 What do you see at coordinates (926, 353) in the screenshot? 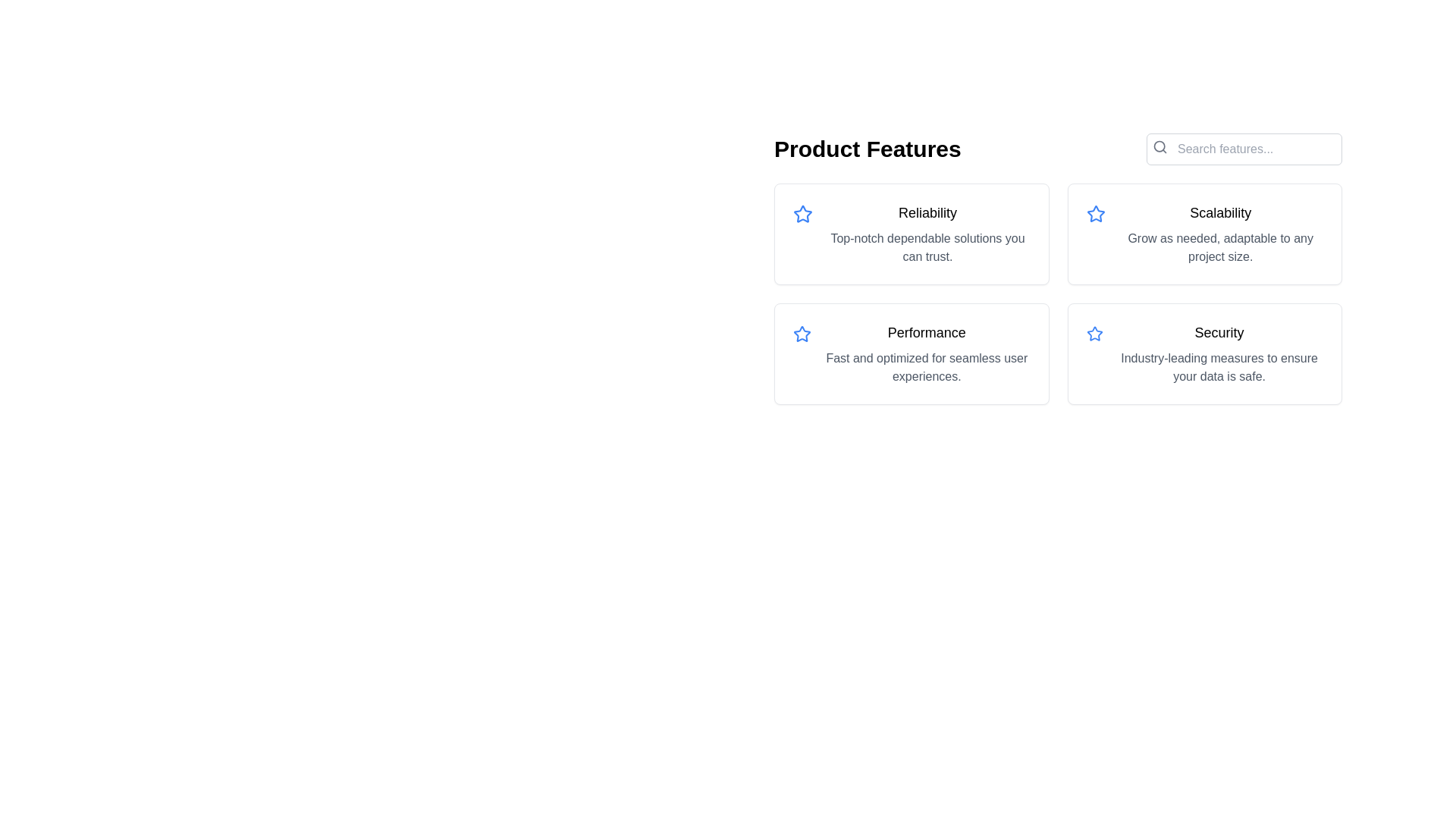
I see `the Informational Text Block in the second column of the top row under the 'Product Features' section` at bounding box center [926, 353].